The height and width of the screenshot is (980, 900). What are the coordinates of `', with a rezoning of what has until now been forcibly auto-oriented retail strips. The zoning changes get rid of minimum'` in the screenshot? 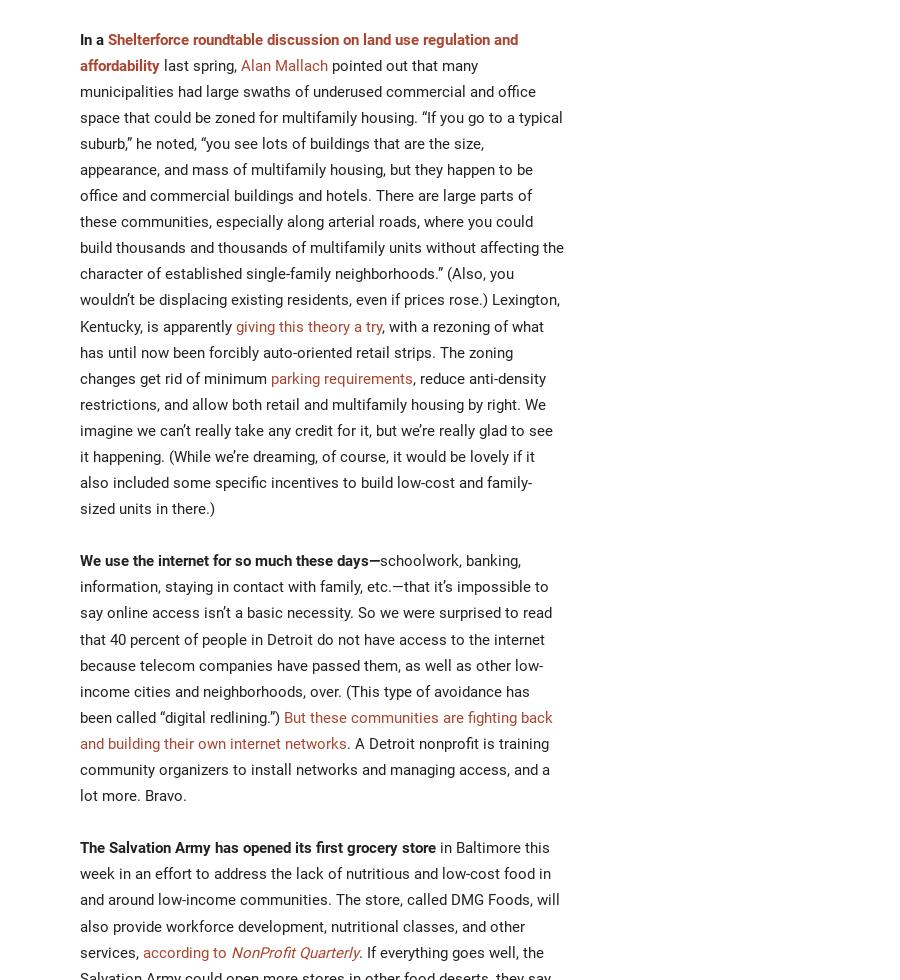 It's located at (311, 352).